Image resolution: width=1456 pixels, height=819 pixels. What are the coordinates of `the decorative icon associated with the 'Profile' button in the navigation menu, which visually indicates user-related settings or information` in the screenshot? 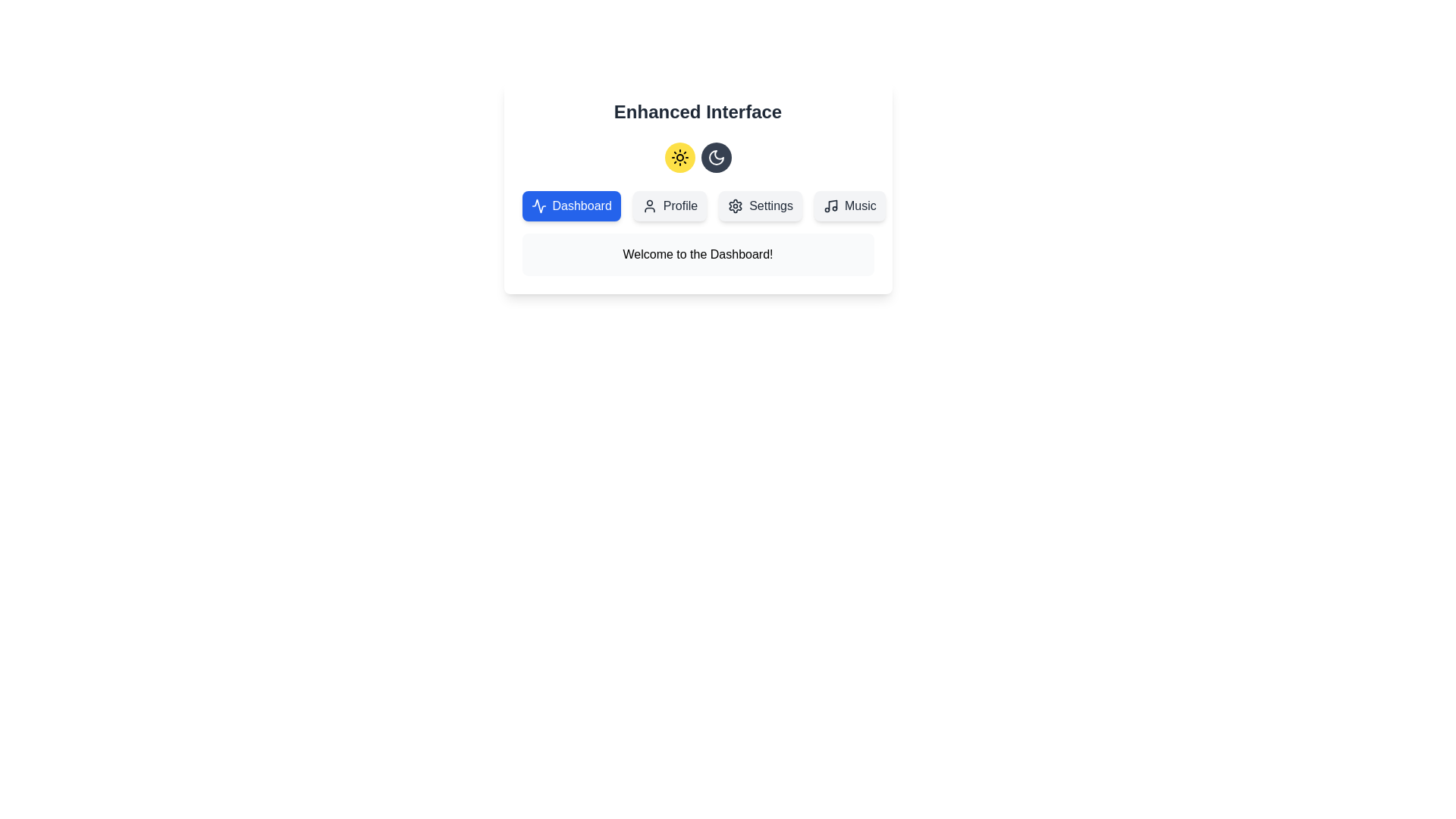 It's located at (649, 206).